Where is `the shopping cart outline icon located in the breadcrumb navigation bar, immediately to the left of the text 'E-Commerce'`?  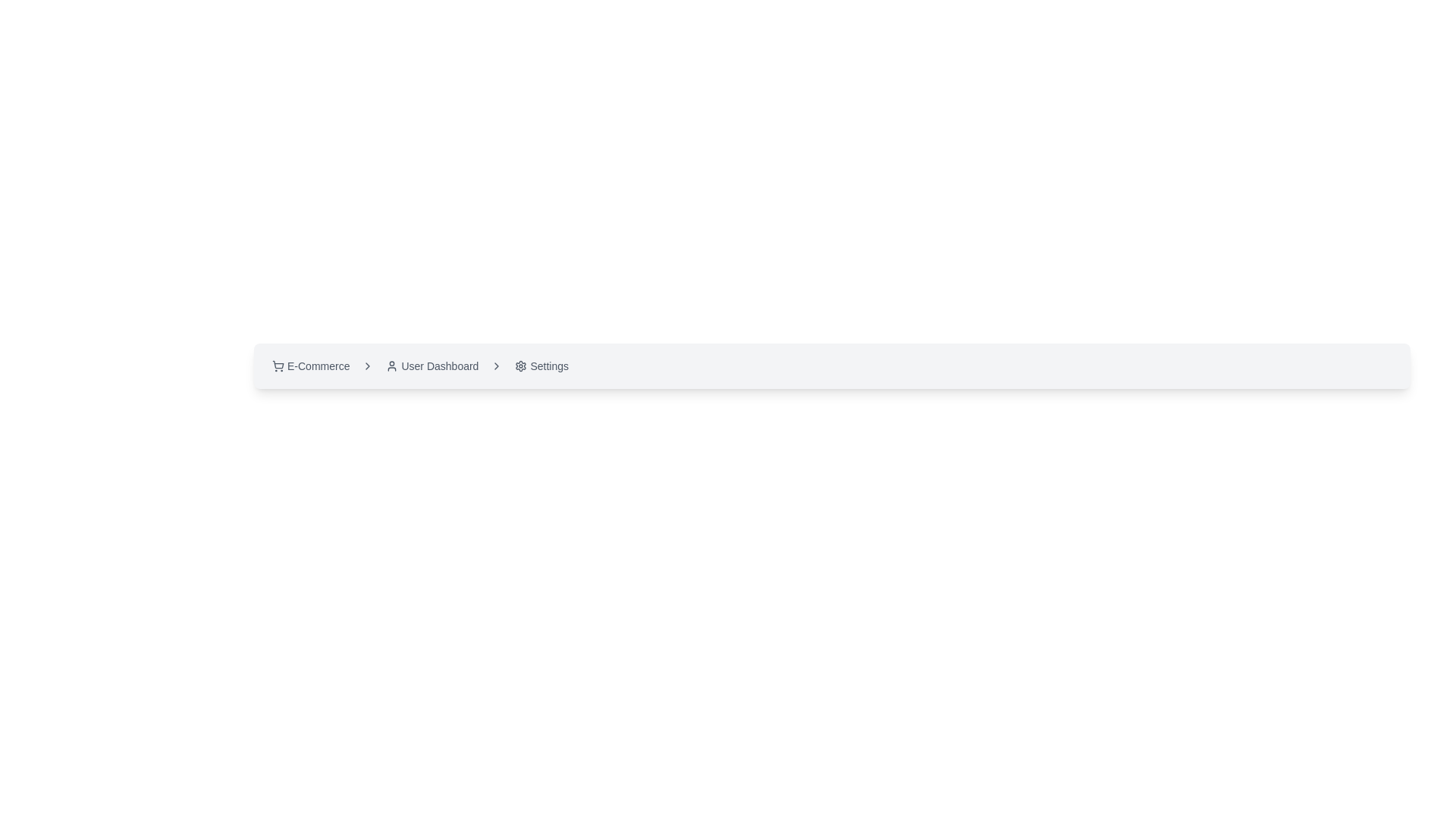
the shopping cart outline icon located in the breadcrumb navigation bar, immediately to the left of the text 'E-Commerce' is located at coordinates (278, 365).